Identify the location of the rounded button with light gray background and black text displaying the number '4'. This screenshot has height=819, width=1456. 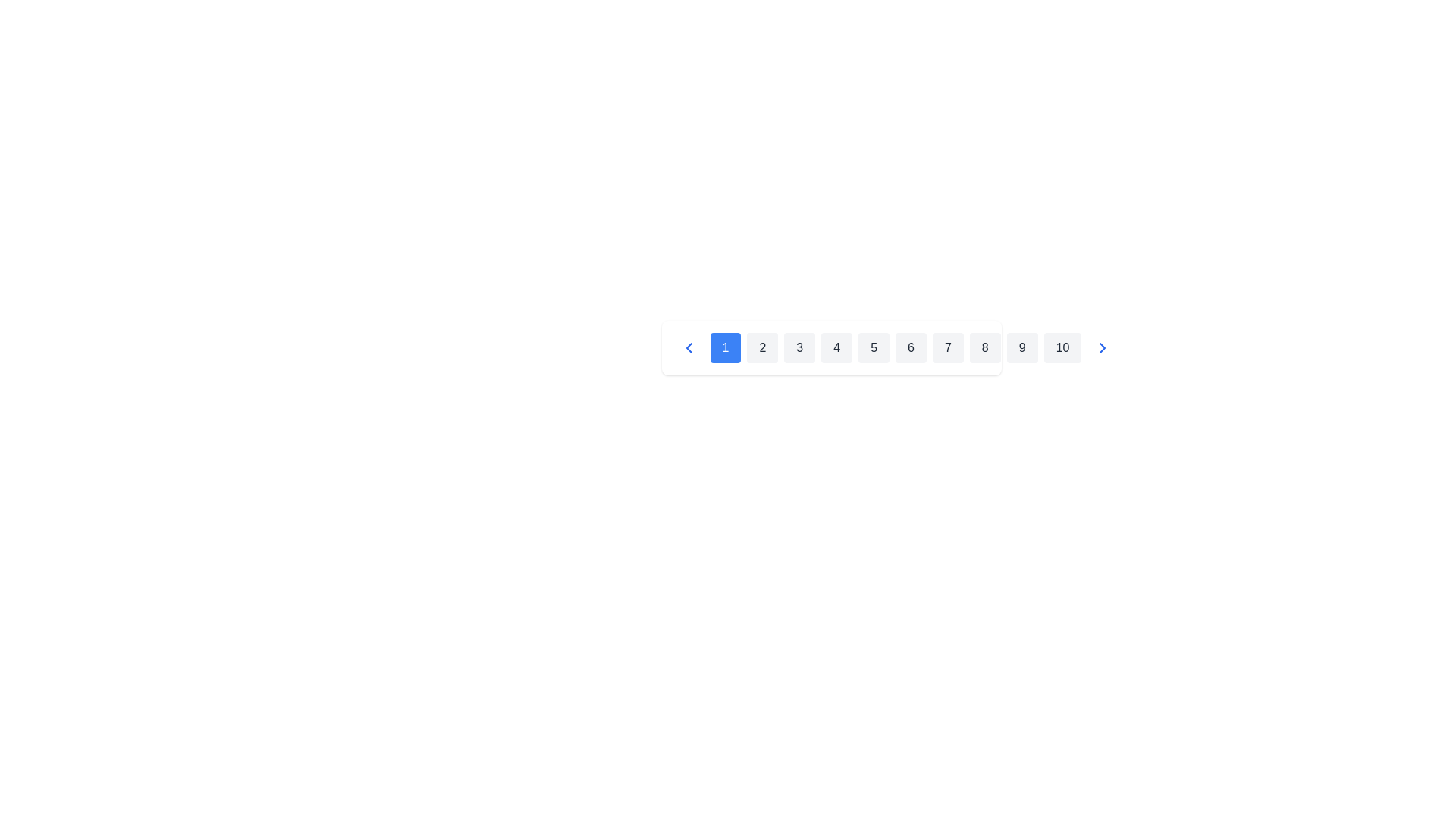
(836, 348).